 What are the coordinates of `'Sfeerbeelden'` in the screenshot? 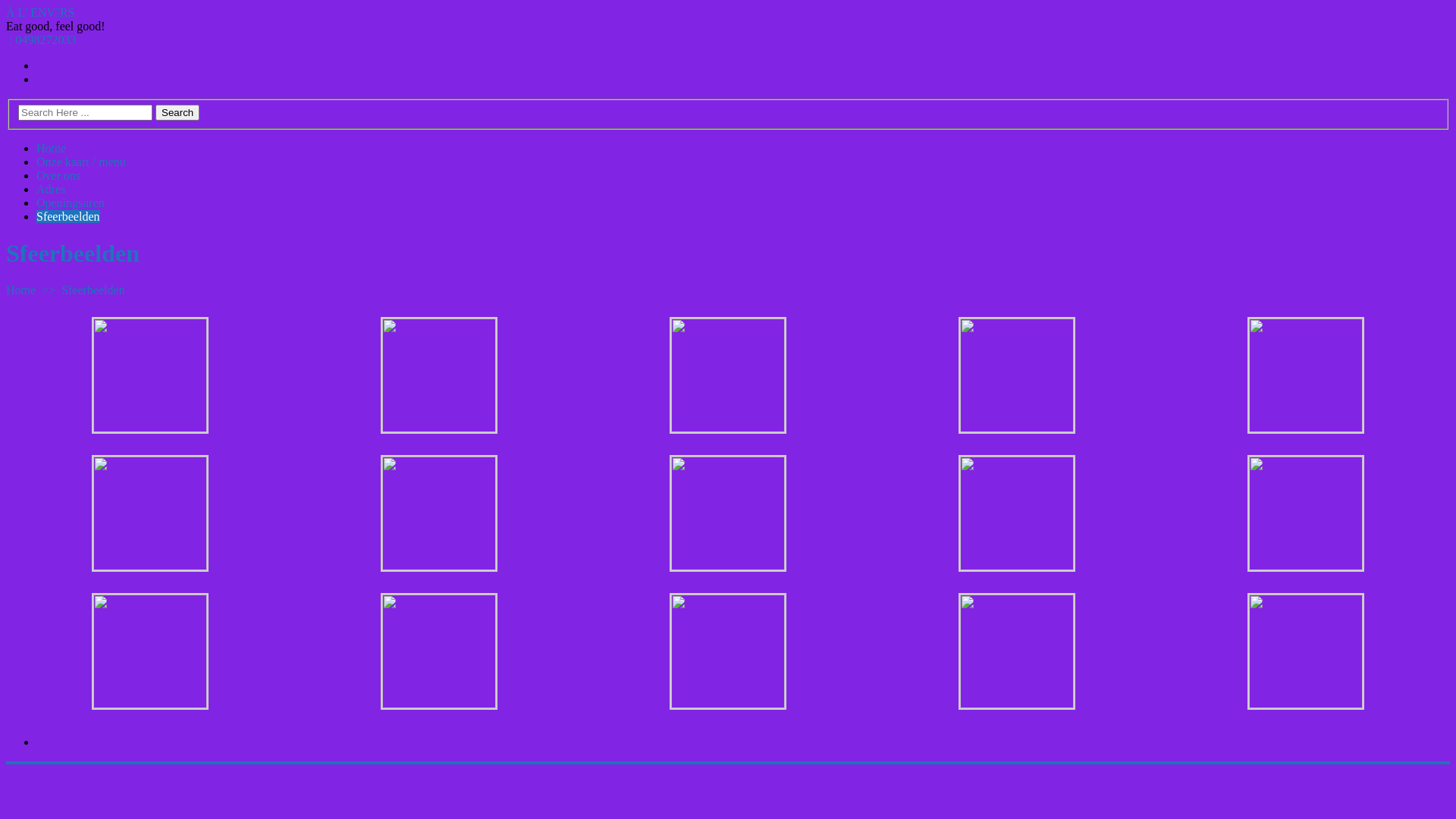 It's located at (67, 216).